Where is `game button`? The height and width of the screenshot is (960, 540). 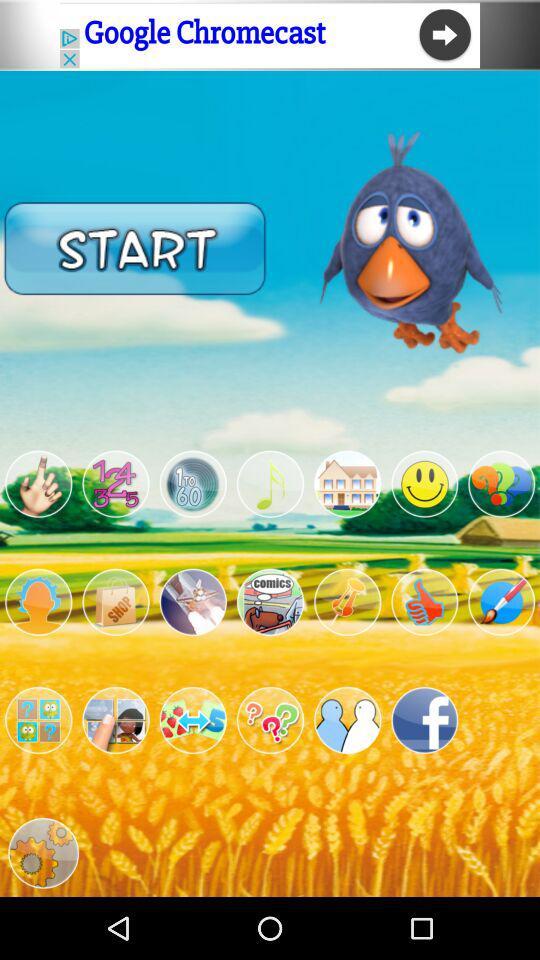
game button is located at coordinates (38, 720).